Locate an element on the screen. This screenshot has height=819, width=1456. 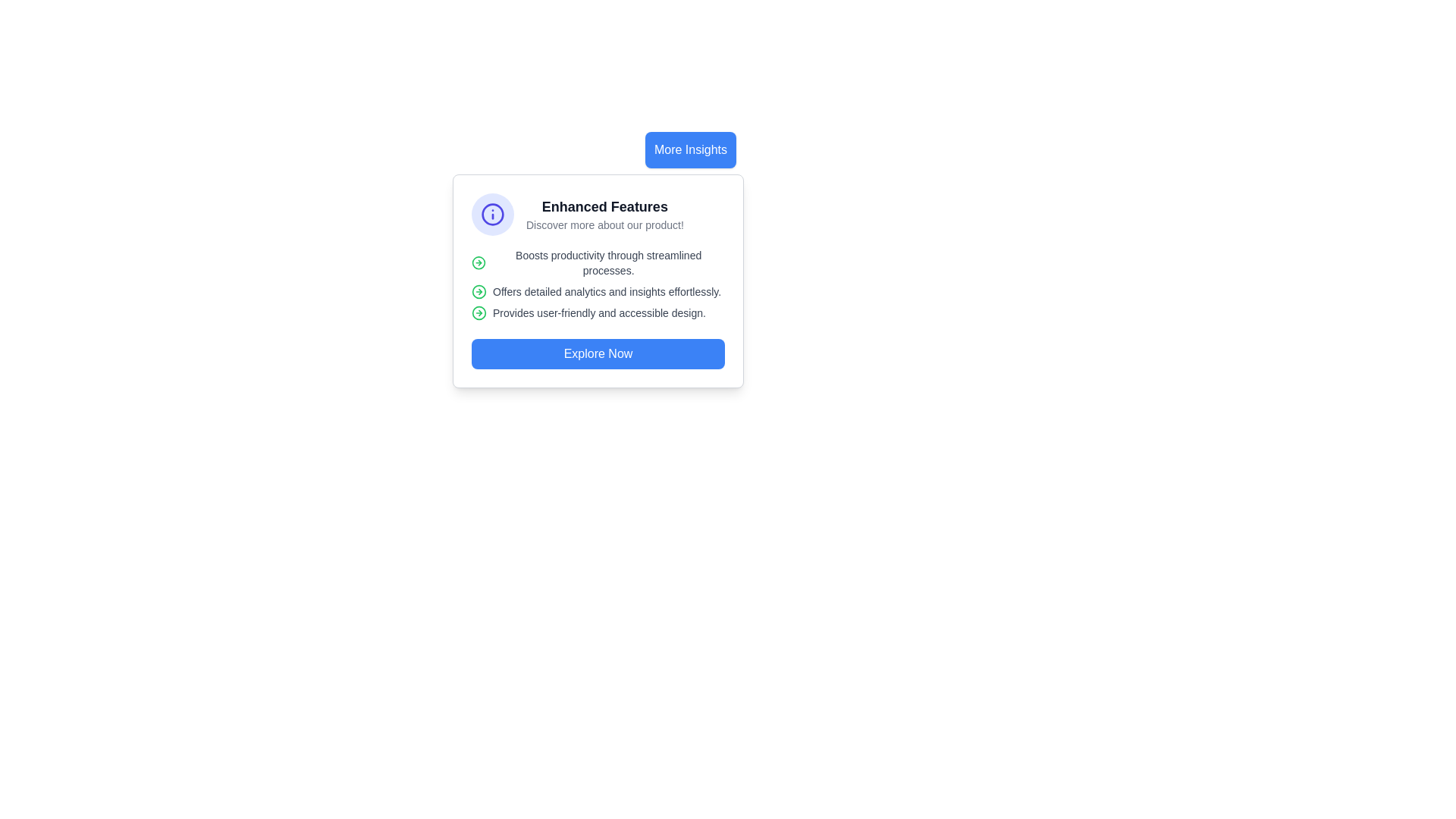
the circular green icon with a right-pointing arrow, located in the second row of the 'Enhanced Features' section, next to the text 'Offers detailed analytics and insights effortlessly.' is located at coordinates (479, 292).